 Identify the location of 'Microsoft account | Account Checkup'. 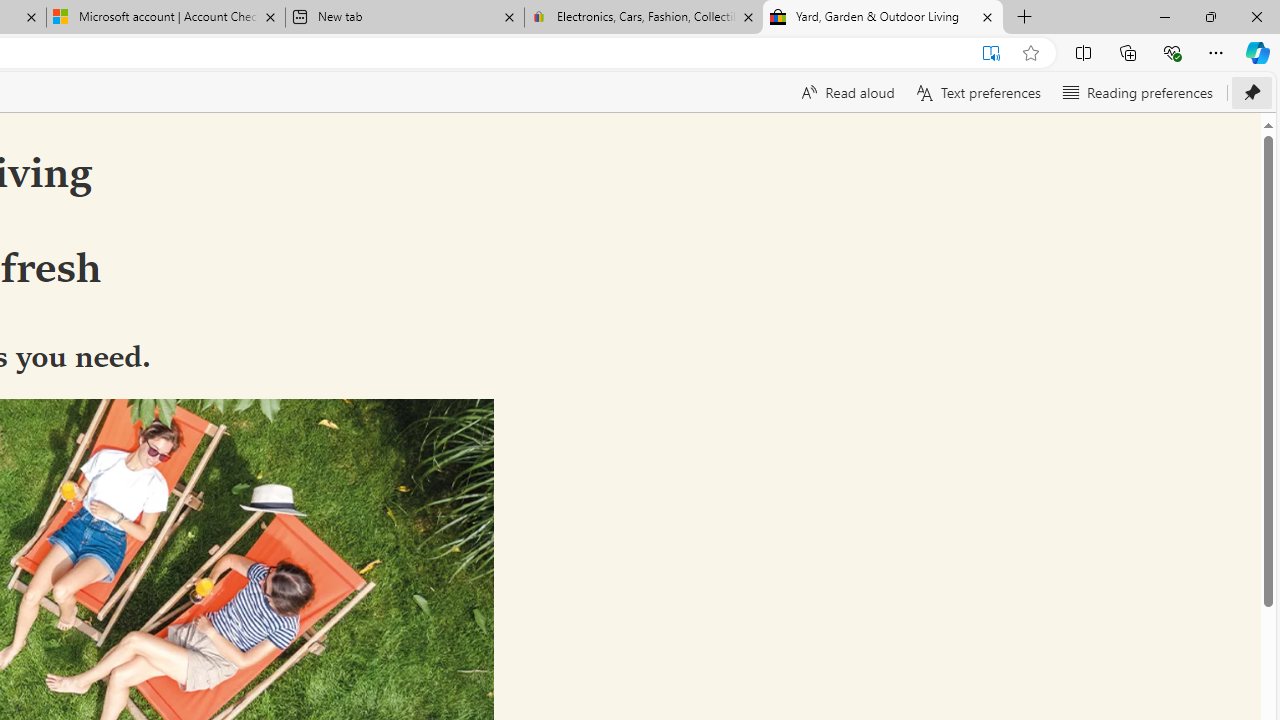
(166, 17).